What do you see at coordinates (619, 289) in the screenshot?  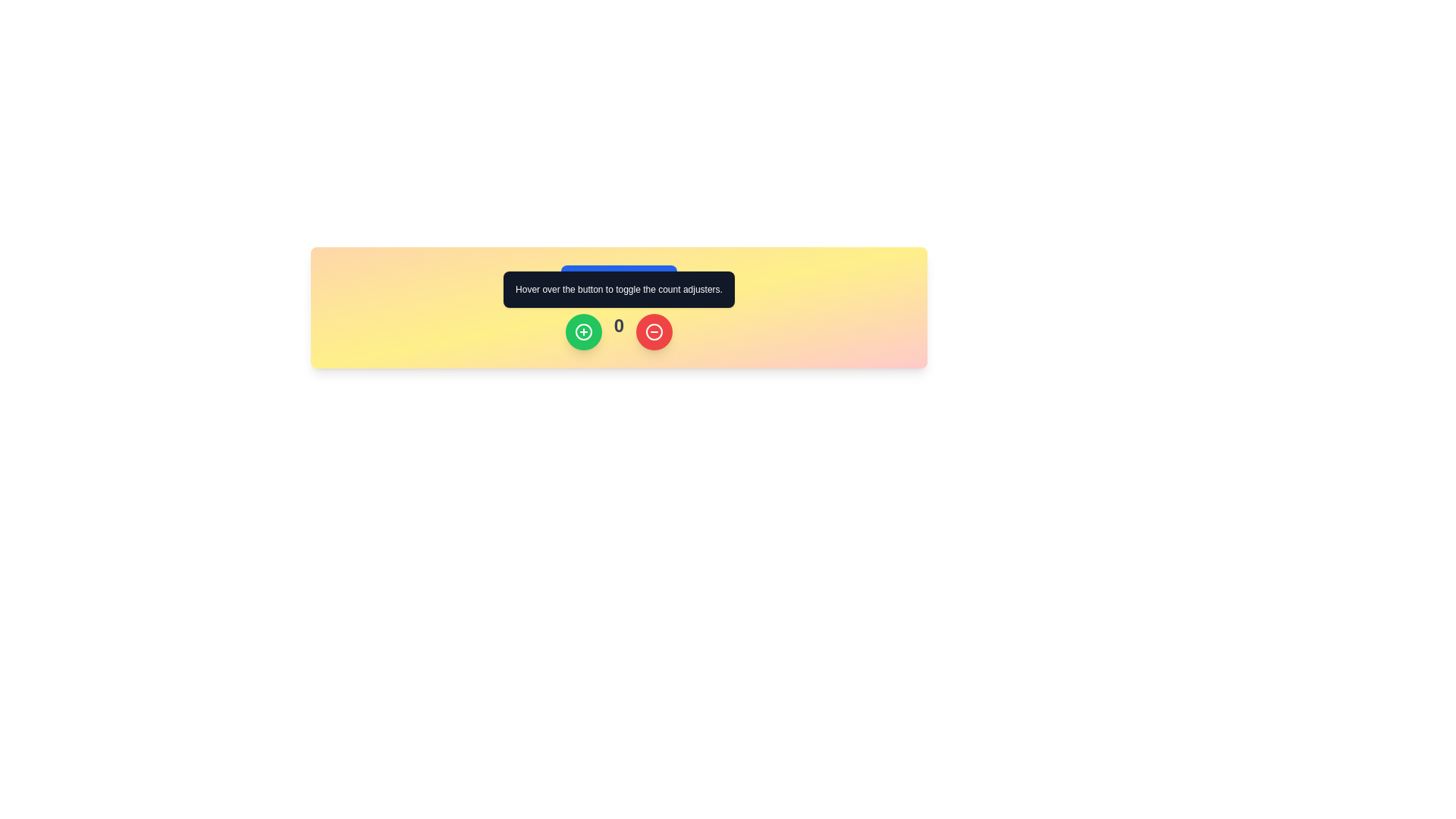 I see `the tooltip box with a dark gray background that displays the message 'Hover over the button to toggle the count adjusters.' which is positioned above the blue button labeled 'Tooltip Trigger'` at bounding box center [619, 289].